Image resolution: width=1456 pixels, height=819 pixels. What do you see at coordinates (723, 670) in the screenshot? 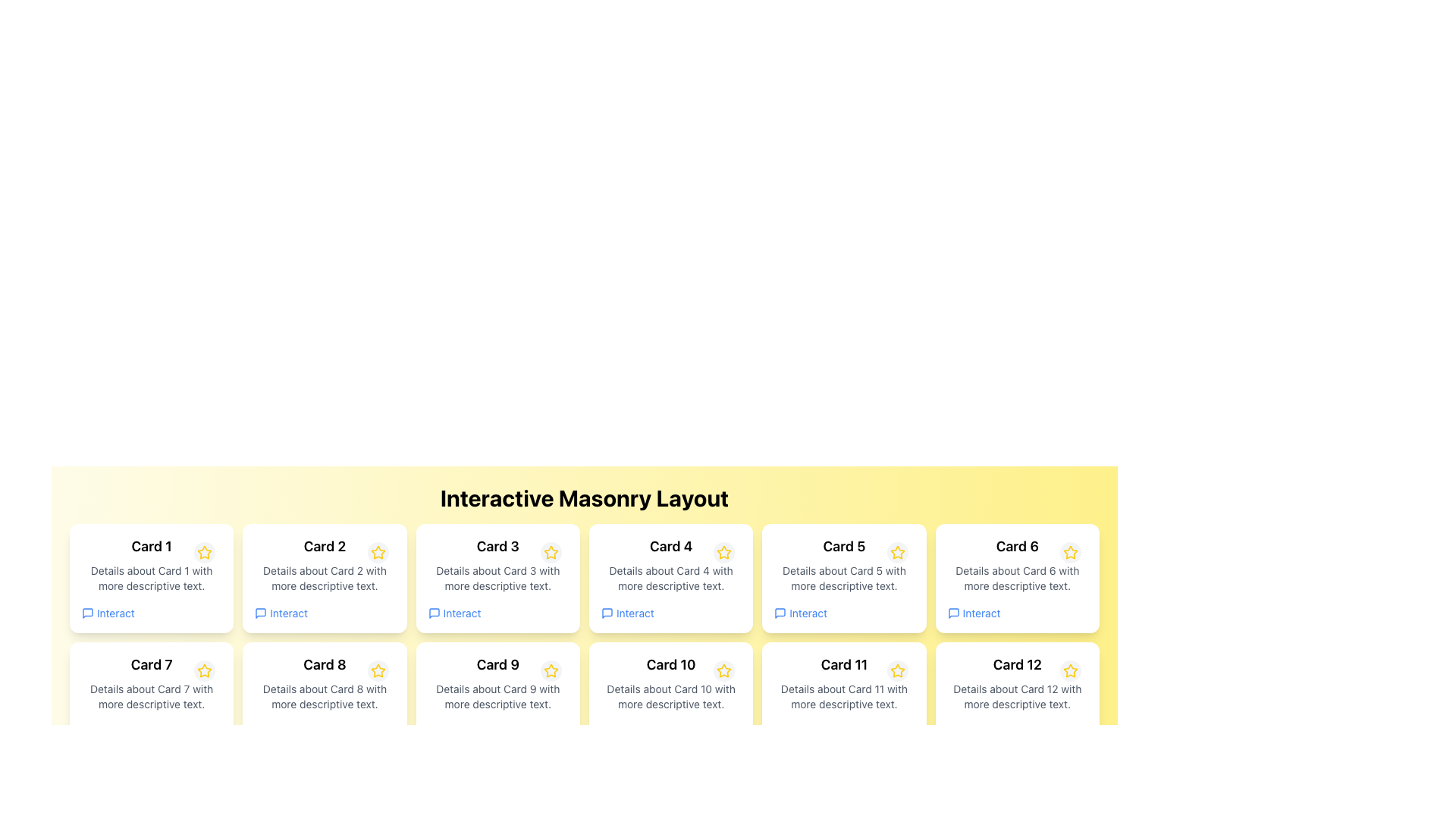
I see `the interactive star button located in the top-right corner of 'Card 10', which toggles its rating status` at bounding box center [723, 670].